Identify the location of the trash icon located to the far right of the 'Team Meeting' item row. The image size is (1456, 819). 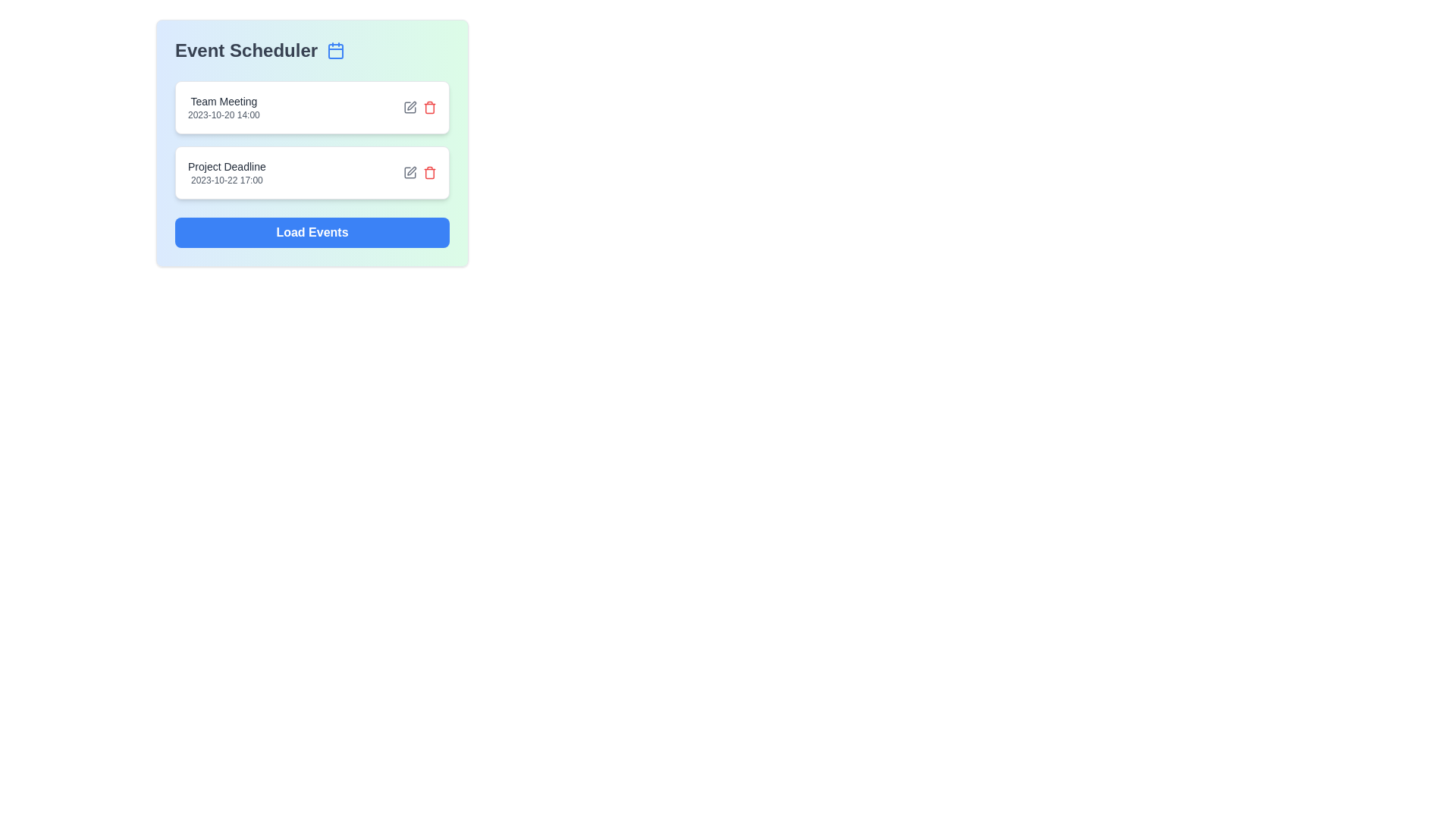
(428, 108).